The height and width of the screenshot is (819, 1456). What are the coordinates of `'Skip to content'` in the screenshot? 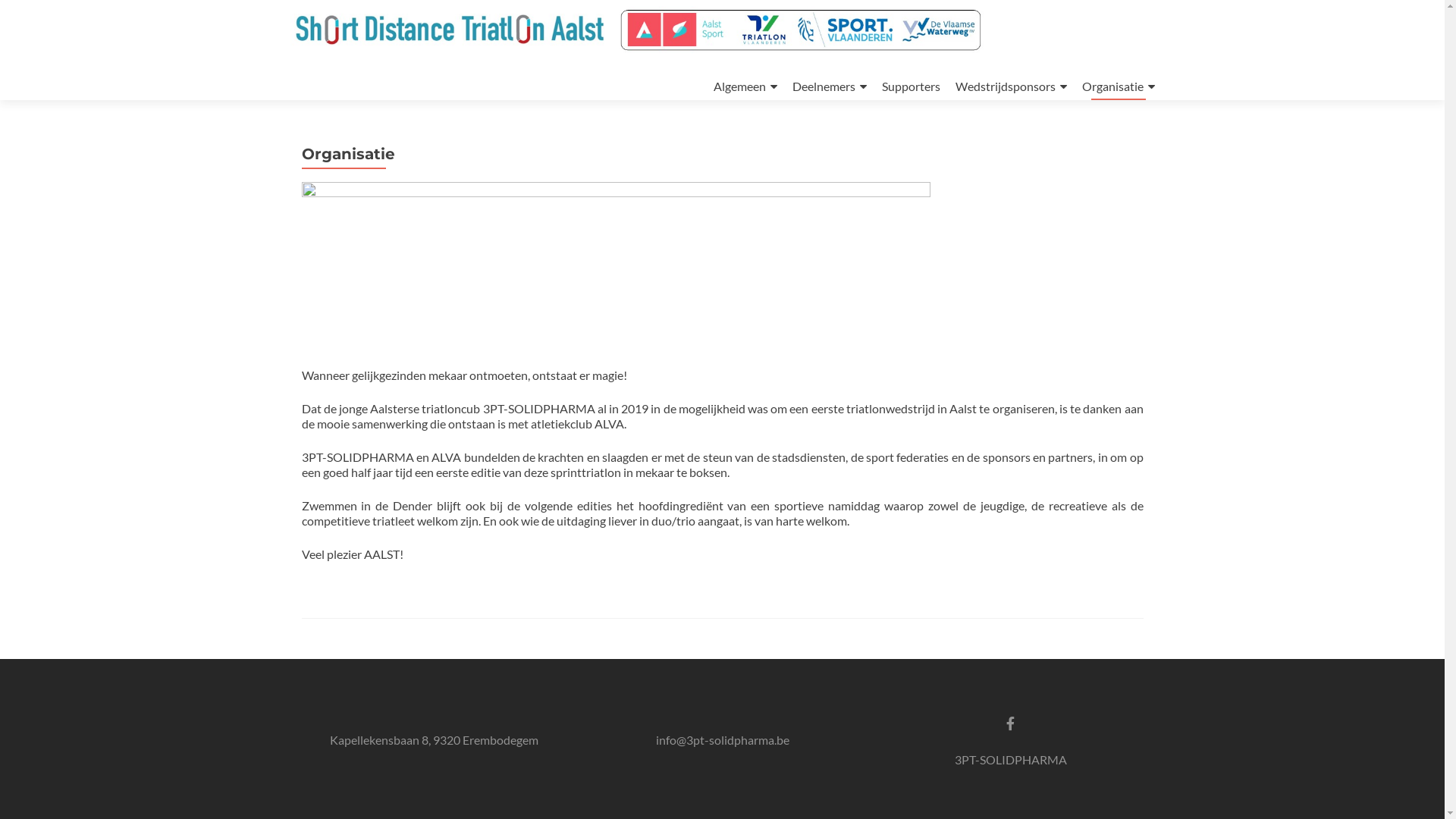 It's located at (712, 56).